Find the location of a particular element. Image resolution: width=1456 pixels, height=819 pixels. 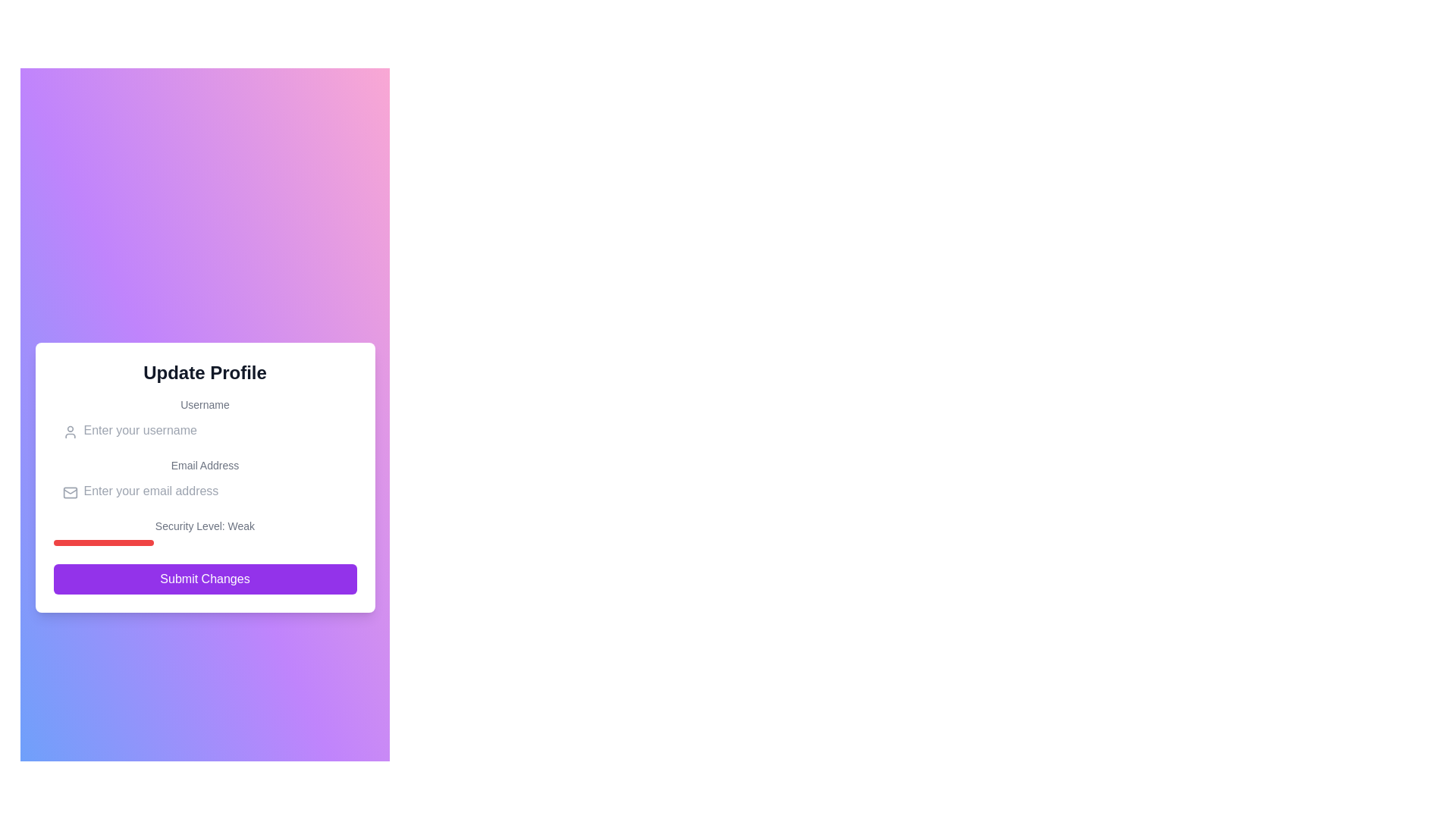

the user profile icon located above and to the left of the username input field, which is associated with the placeholder text 'Enter your username' is located at coordinates (69, 432).